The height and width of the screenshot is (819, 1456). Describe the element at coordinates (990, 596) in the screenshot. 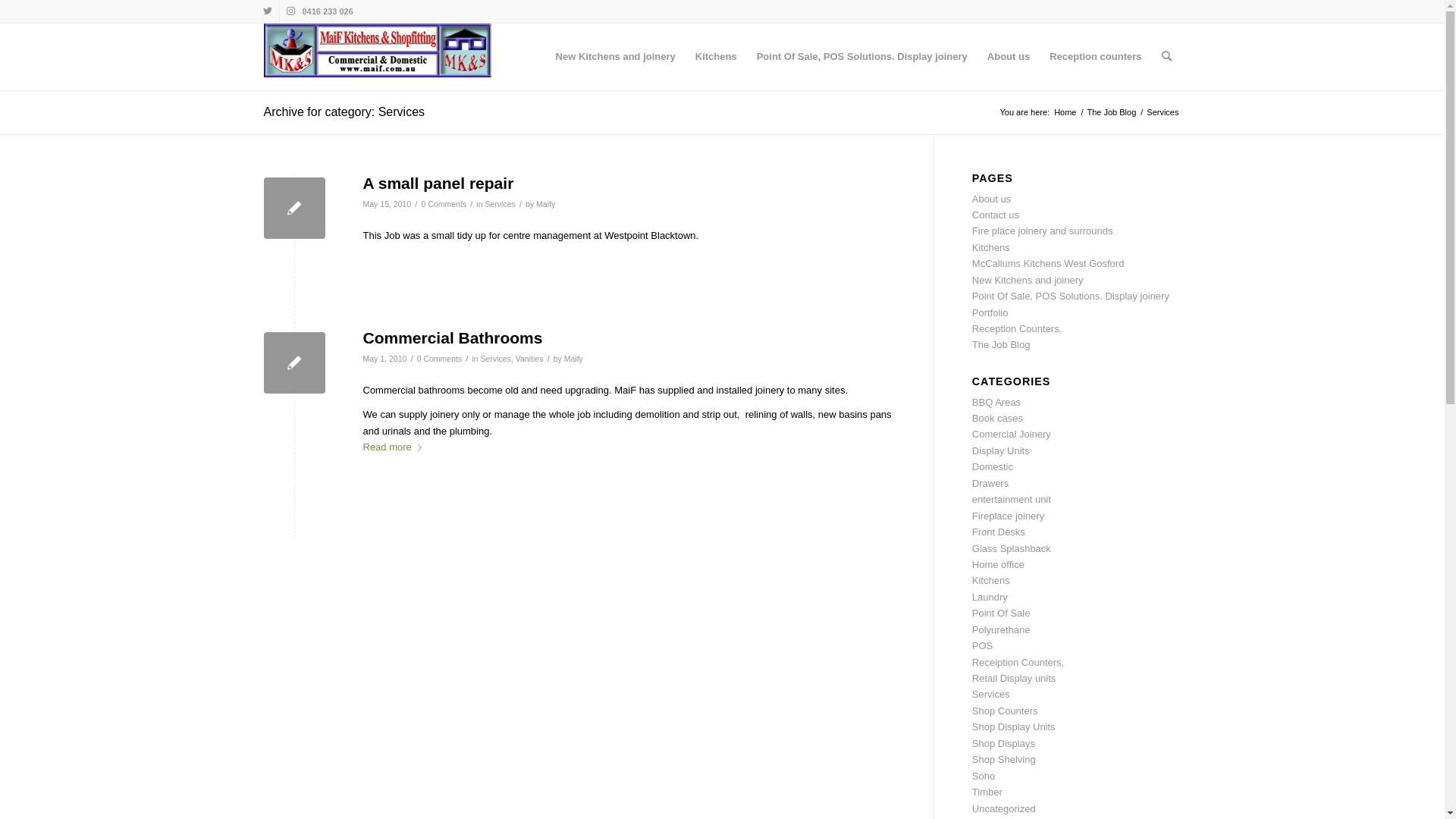

I see `'Laundry'` at that location.